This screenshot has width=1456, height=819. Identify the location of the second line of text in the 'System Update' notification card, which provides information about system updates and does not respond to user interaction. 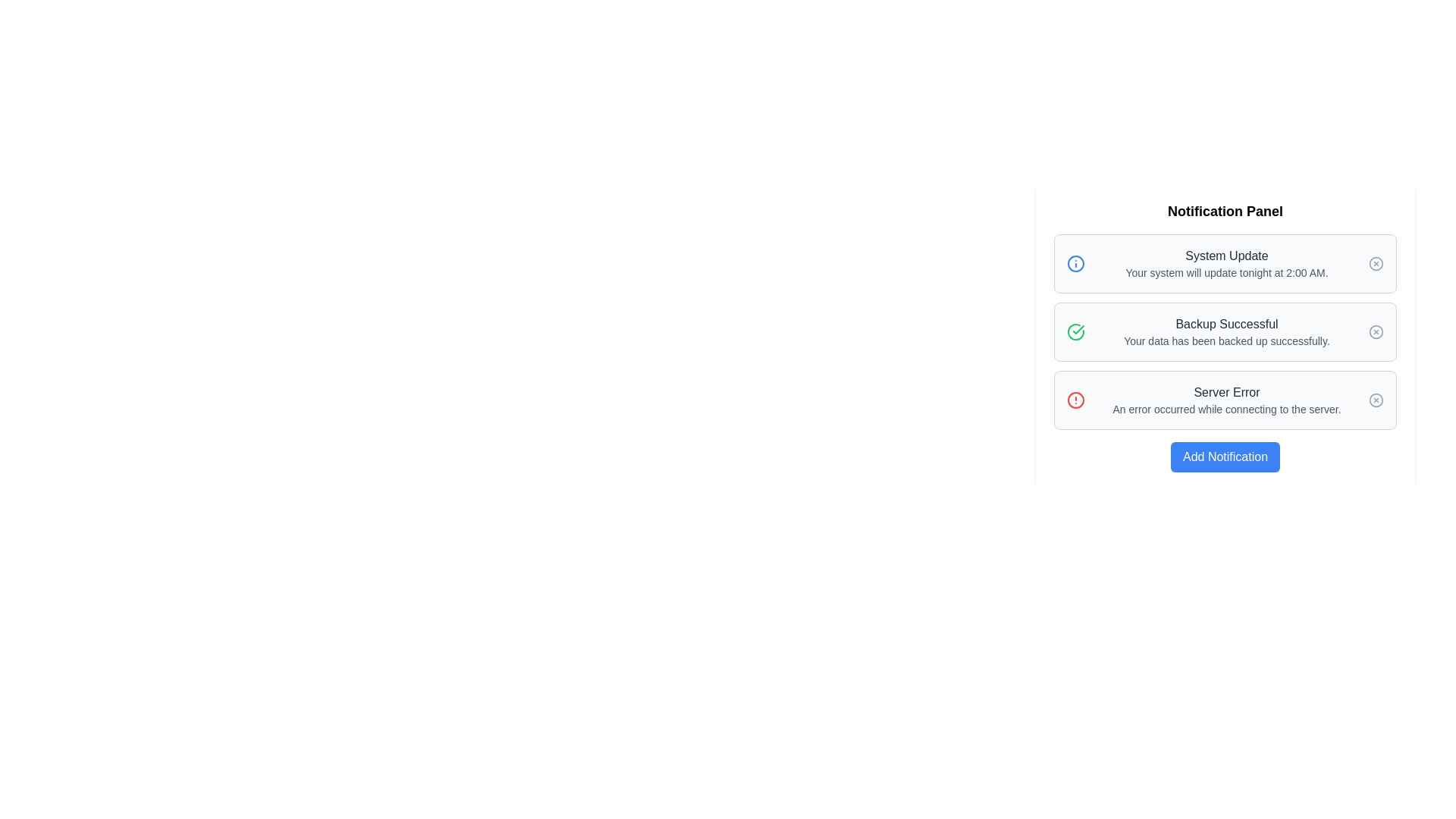
(1226, 271).